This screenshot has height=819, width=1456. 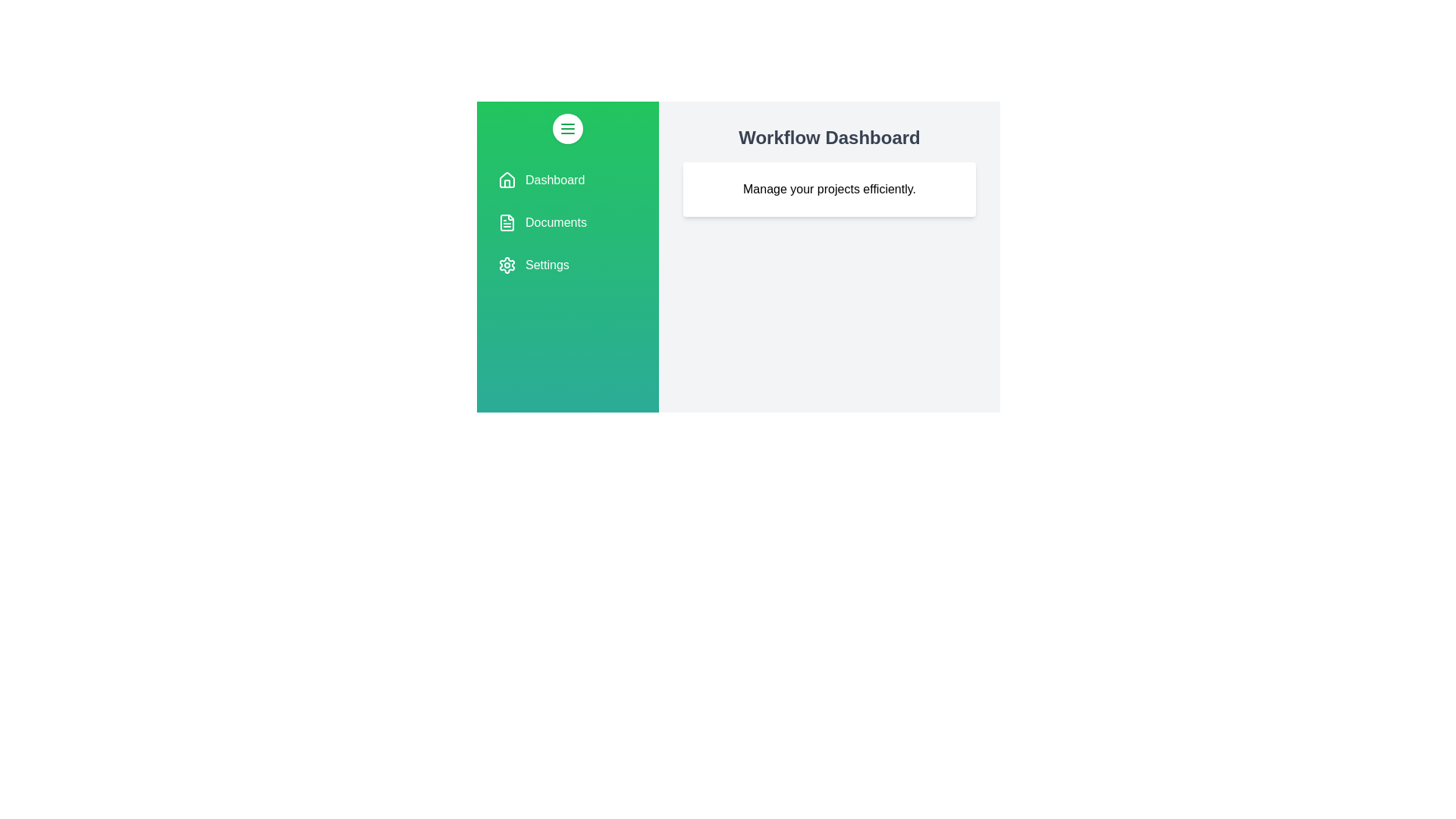 I want to click on the drawer item Documents to highlight it, so click(x=566, y=222).